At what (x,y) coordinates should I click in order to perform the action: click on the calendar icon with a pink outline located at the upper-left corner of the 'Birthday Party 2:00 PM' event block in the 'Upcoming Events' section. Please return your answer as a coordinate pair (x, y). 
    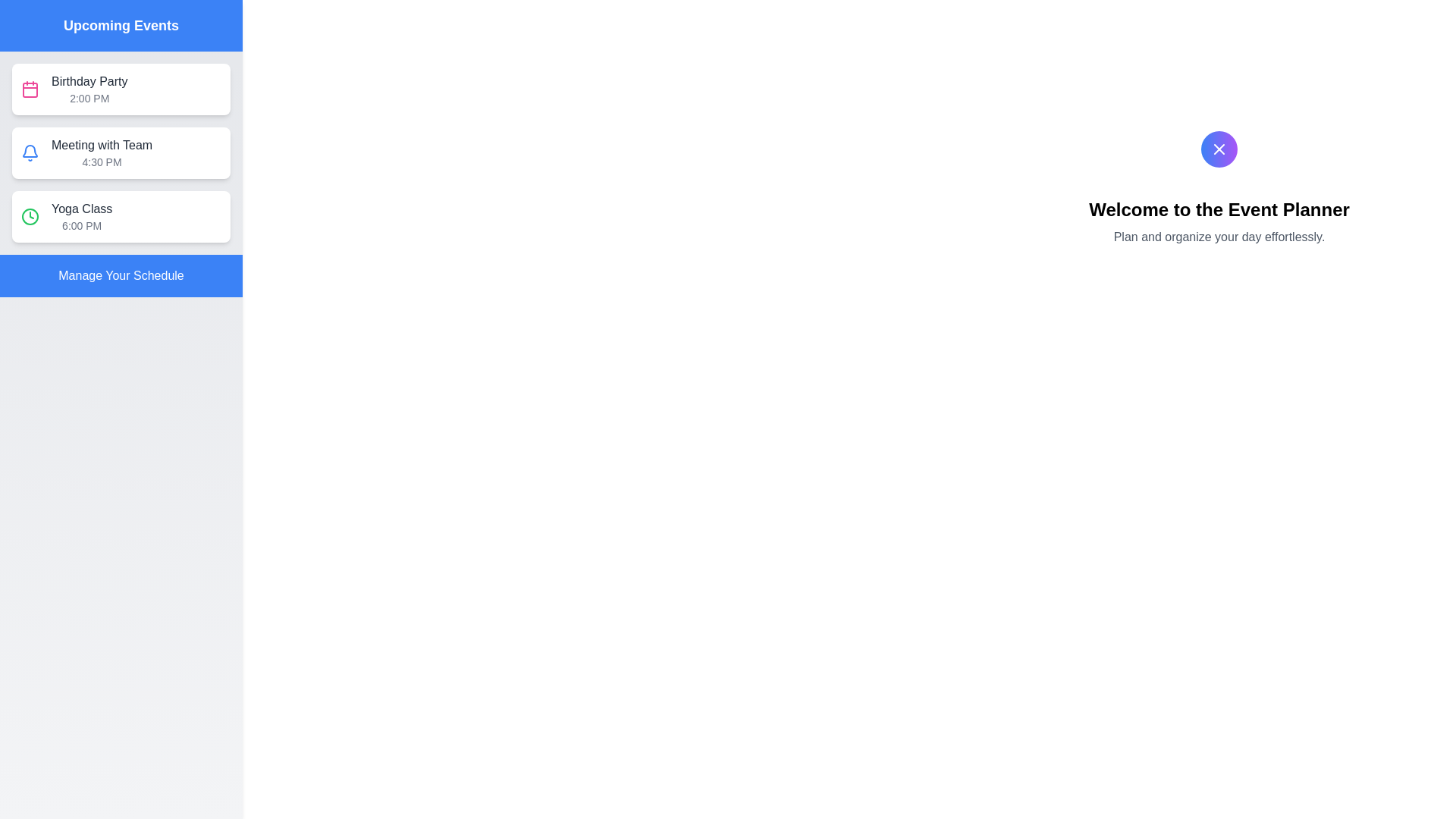
    Looking at the image, I should click on (30, 89).